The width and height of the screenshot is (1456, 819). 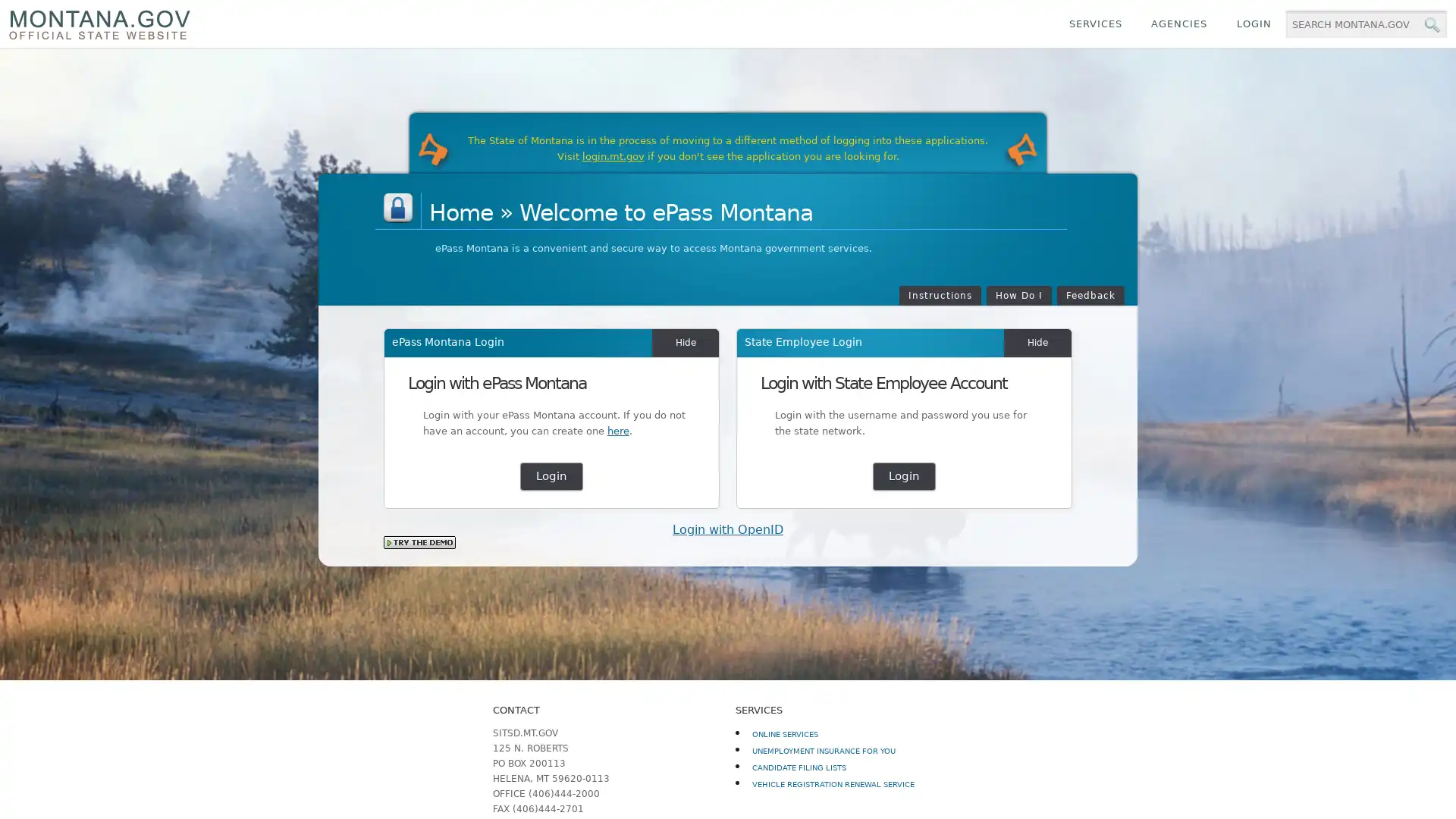 I want to click on MT.gov Search Button, so click(x=1430, y=25).